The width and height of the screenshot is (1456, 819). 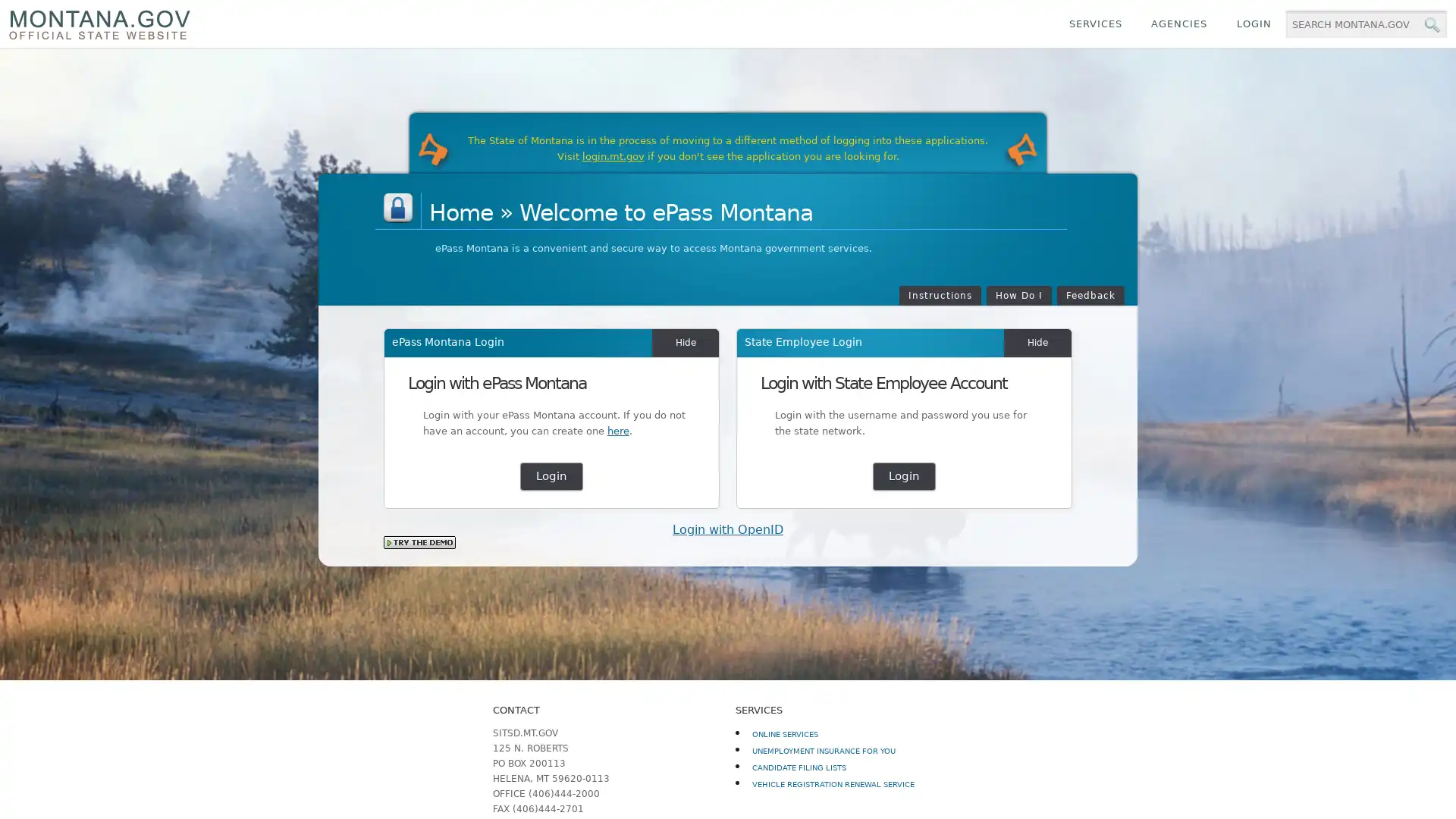 I want to click on MT.gov Search Button, so click(x=1430, y=25).